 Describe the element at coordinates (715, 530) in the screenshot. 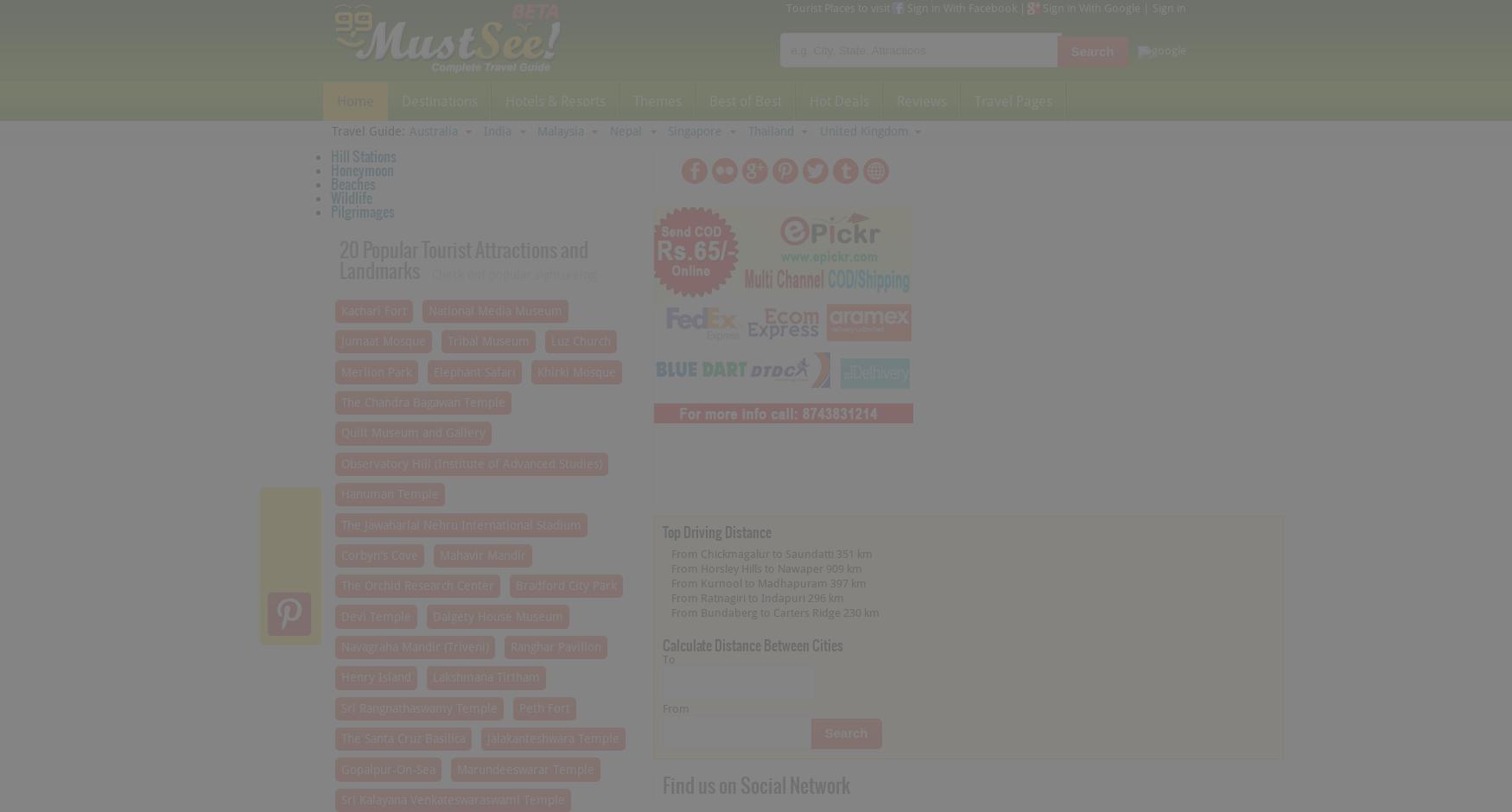

I see `'Top Driving Distance'` at that location.